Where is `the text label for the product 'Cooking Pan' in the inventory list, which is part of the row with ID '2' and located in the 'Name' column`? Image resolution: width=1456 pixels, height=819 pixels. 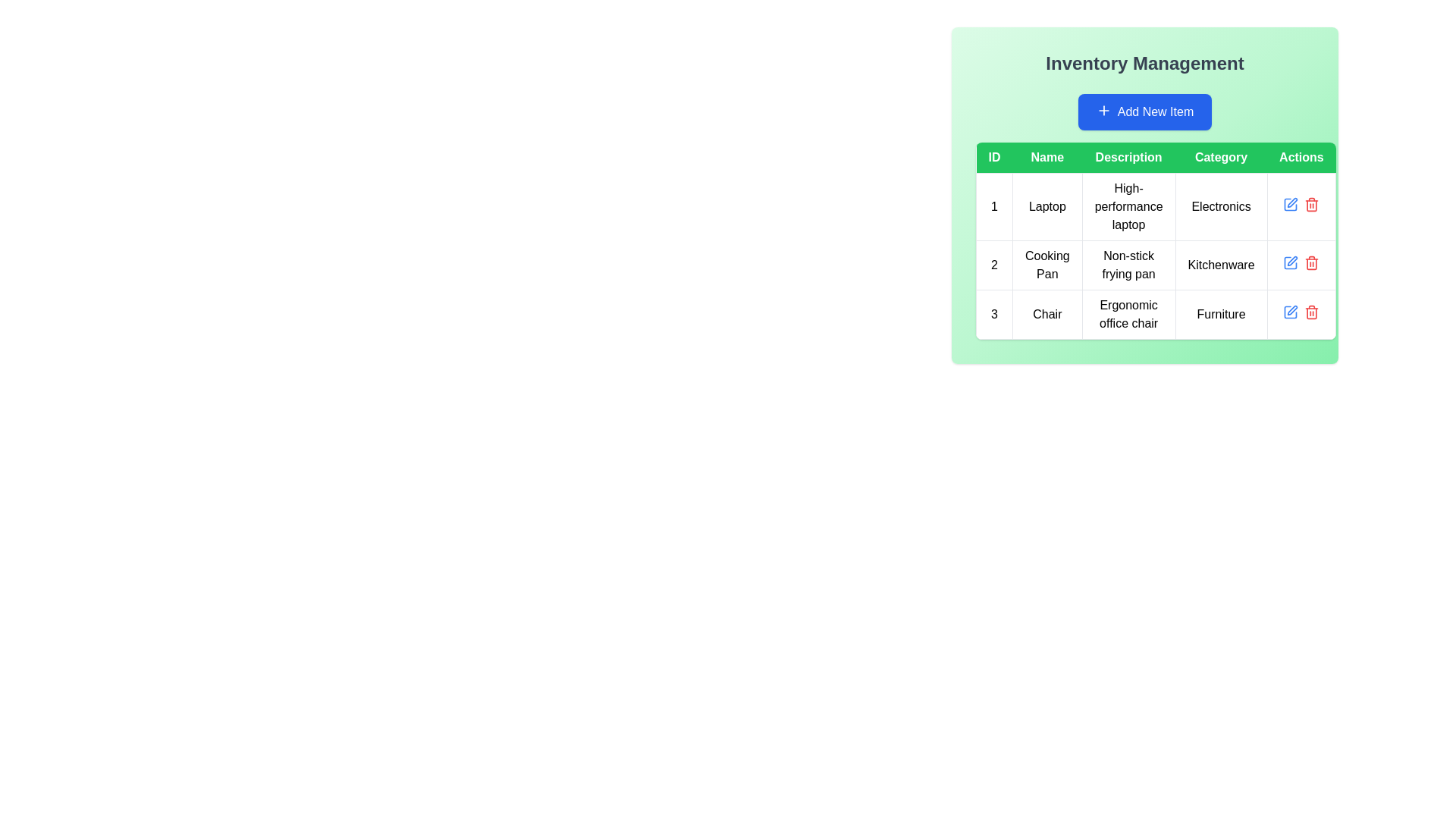
the text label for the product 'Cooking Pan' in the inventory list, which is part of the row with ID '2' and located in the 'Name' column is located at coordinates (1046, 265).